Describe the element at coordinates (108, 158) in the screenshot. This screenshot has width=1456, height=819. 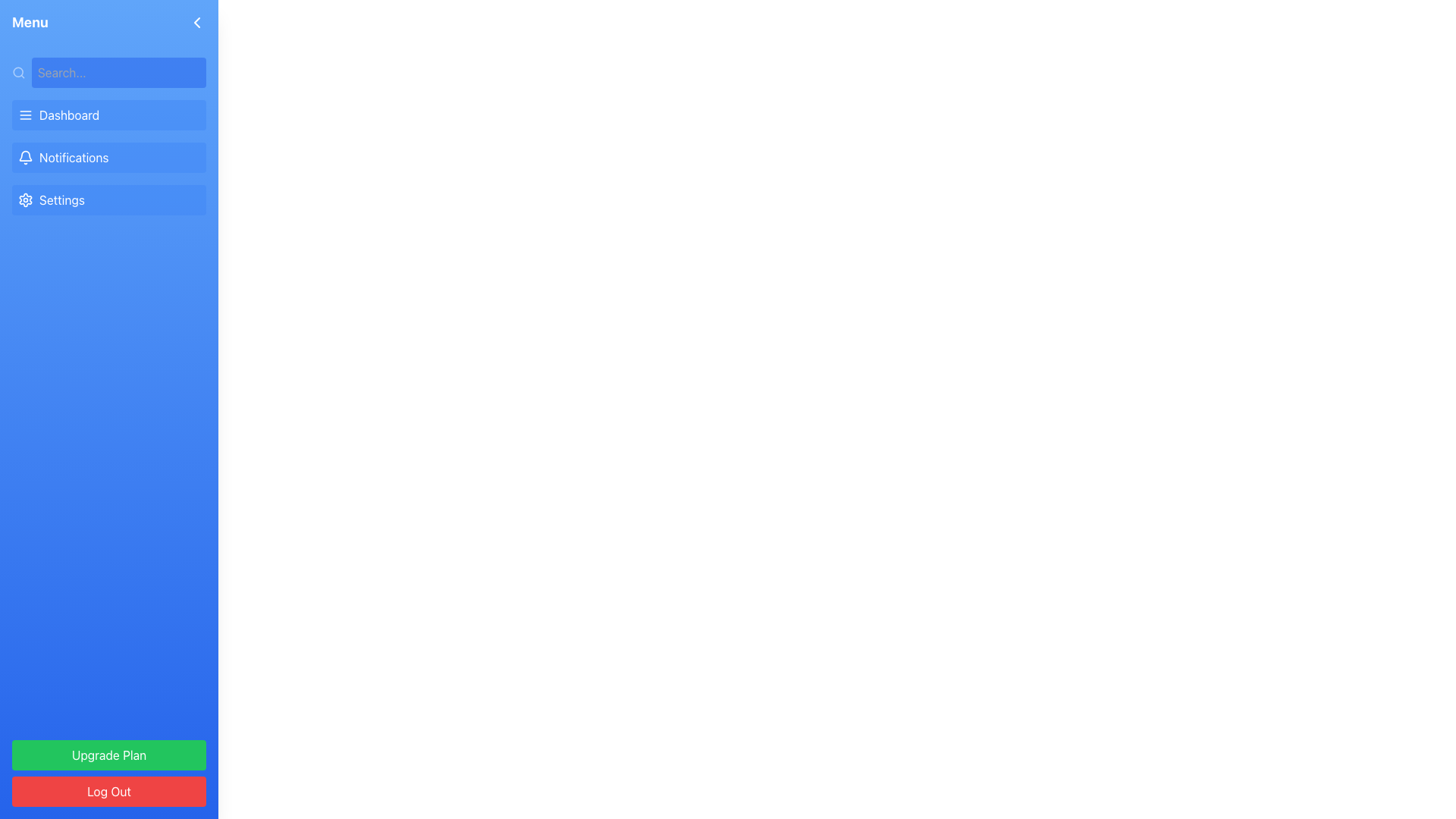
I see `the second menu item in the sidebar, which is located between 'Dashboard' and 'Settings'` at that location.